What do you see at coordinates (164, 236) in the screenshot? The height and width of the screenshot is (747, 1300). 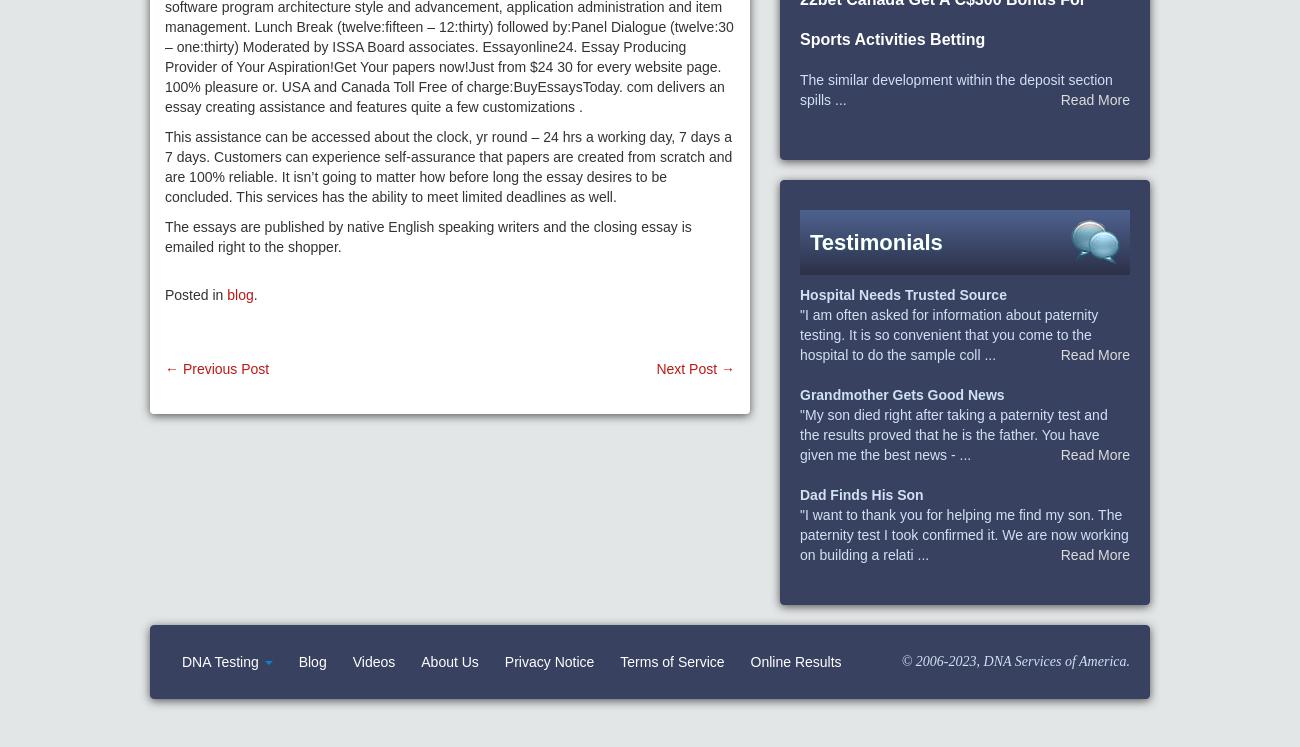 I see `'The essays are published by native English speaking writers and the closing essay is emailed right to the shopper.'` at bounding box center [164, 236].